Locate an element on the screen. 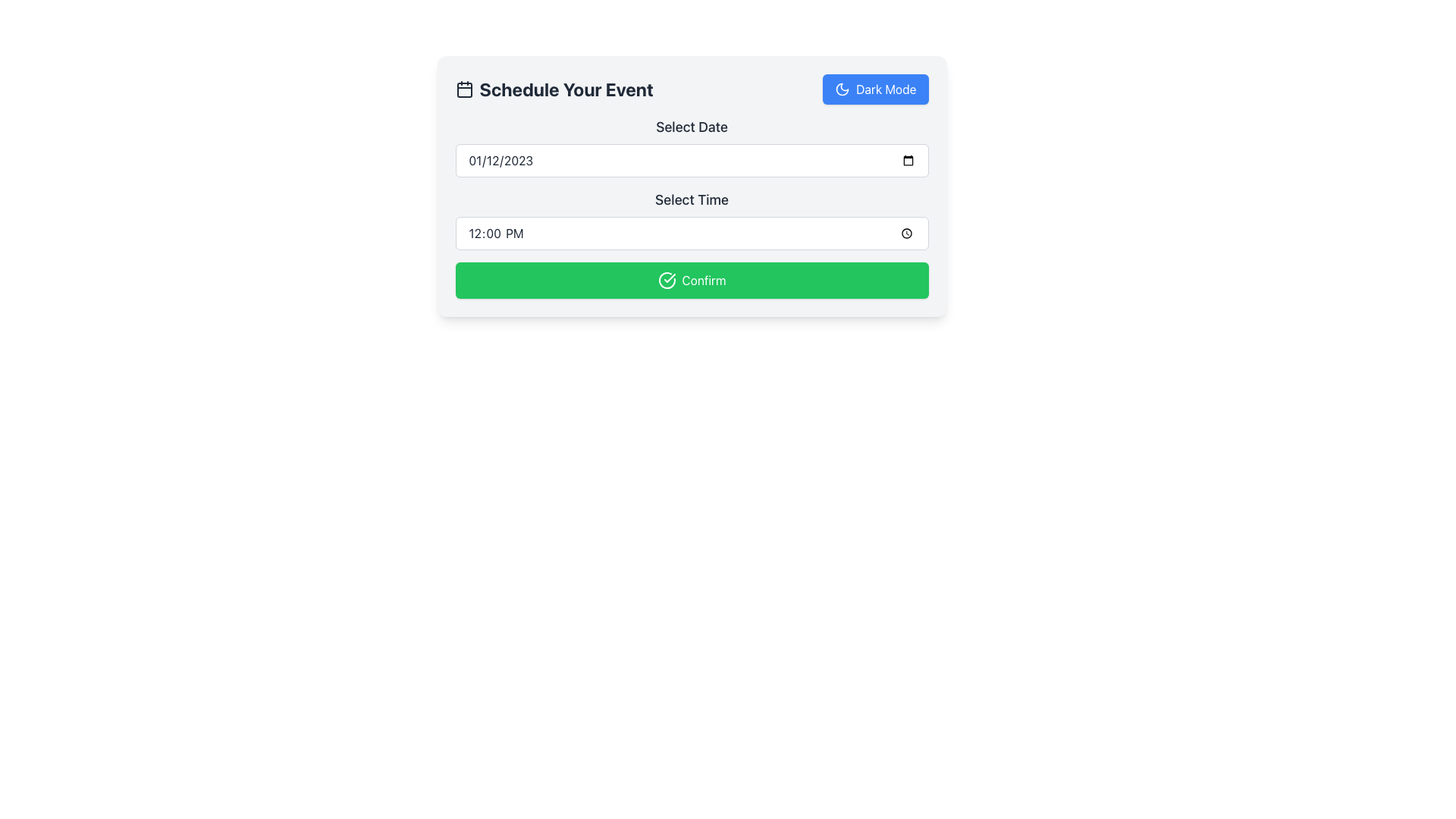  the SVG calendar icon located to the left of 'Schedule Your Event', which is styled with a square outline, rounded corners, and a black stroke color is located at coordinates (463, 89).